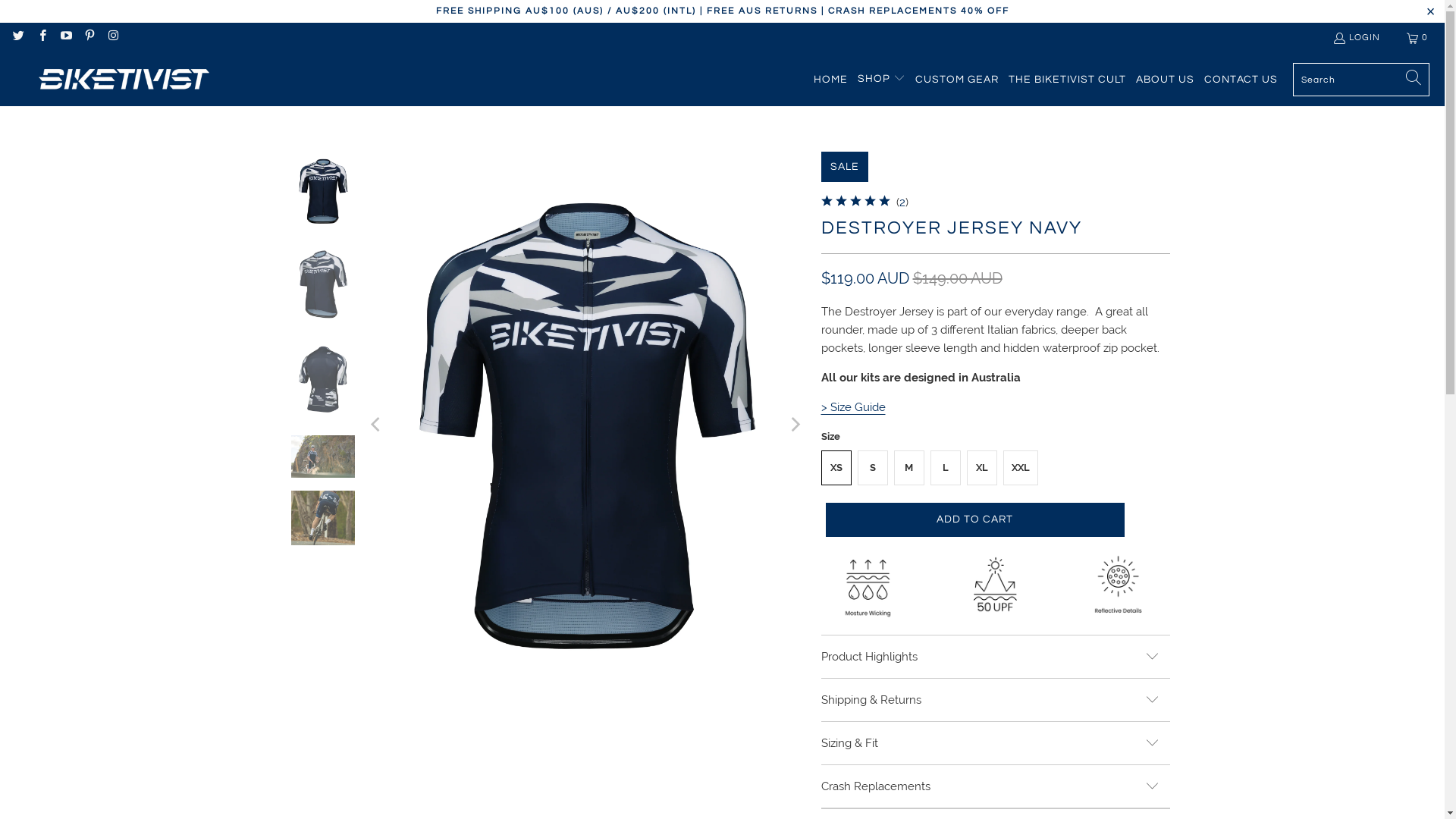  I want to click on 'ADD TO CART', so click(974, 519).